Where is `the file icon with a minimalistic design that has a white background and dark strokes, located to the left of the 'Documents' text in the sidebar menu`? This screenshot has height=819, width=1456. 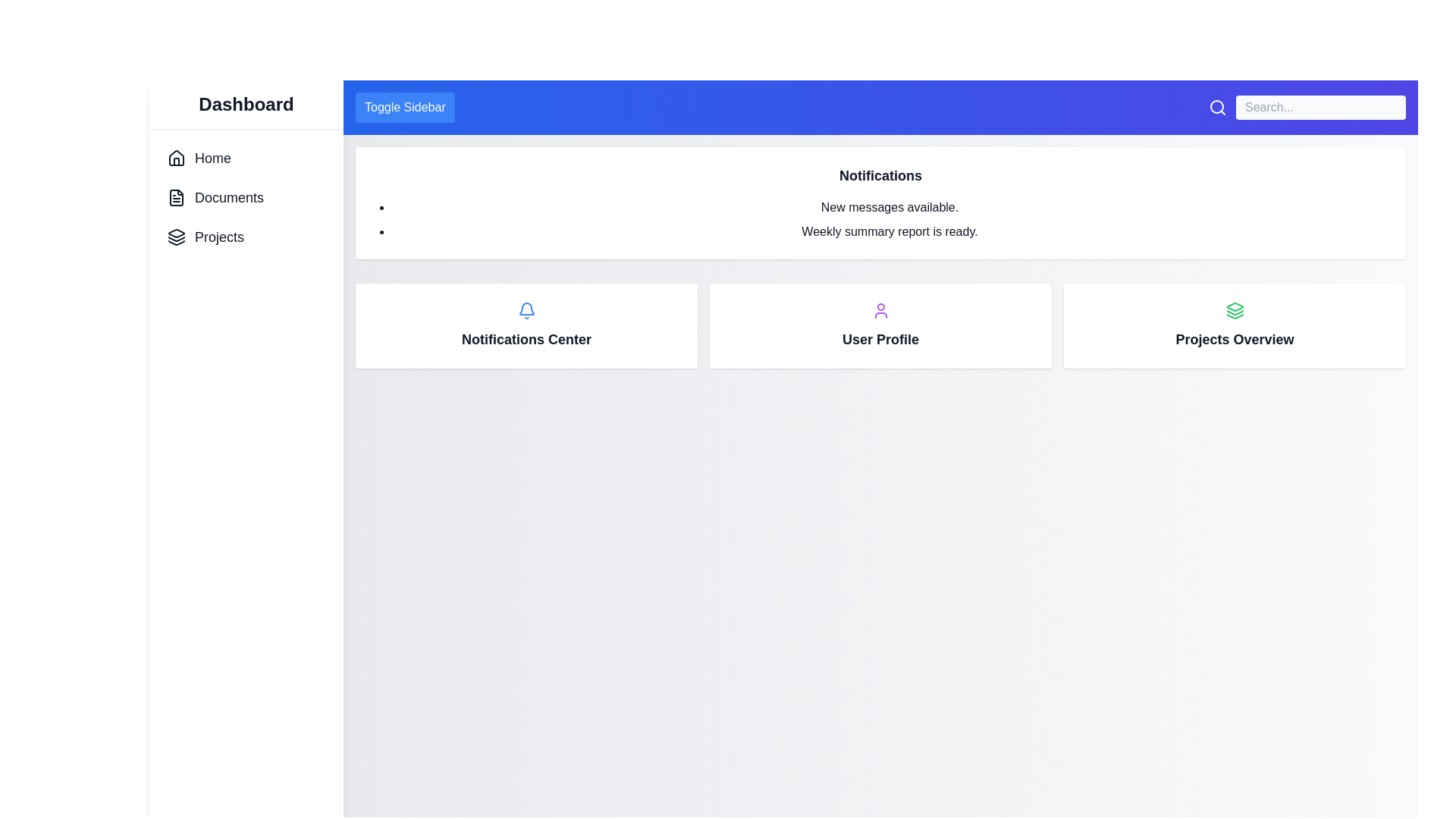
the file icon with a minimalistic design that has a white background and dark strokes, located to the left of the 'Documents' text in the sidebar menu is located at coordinates (177, 197).